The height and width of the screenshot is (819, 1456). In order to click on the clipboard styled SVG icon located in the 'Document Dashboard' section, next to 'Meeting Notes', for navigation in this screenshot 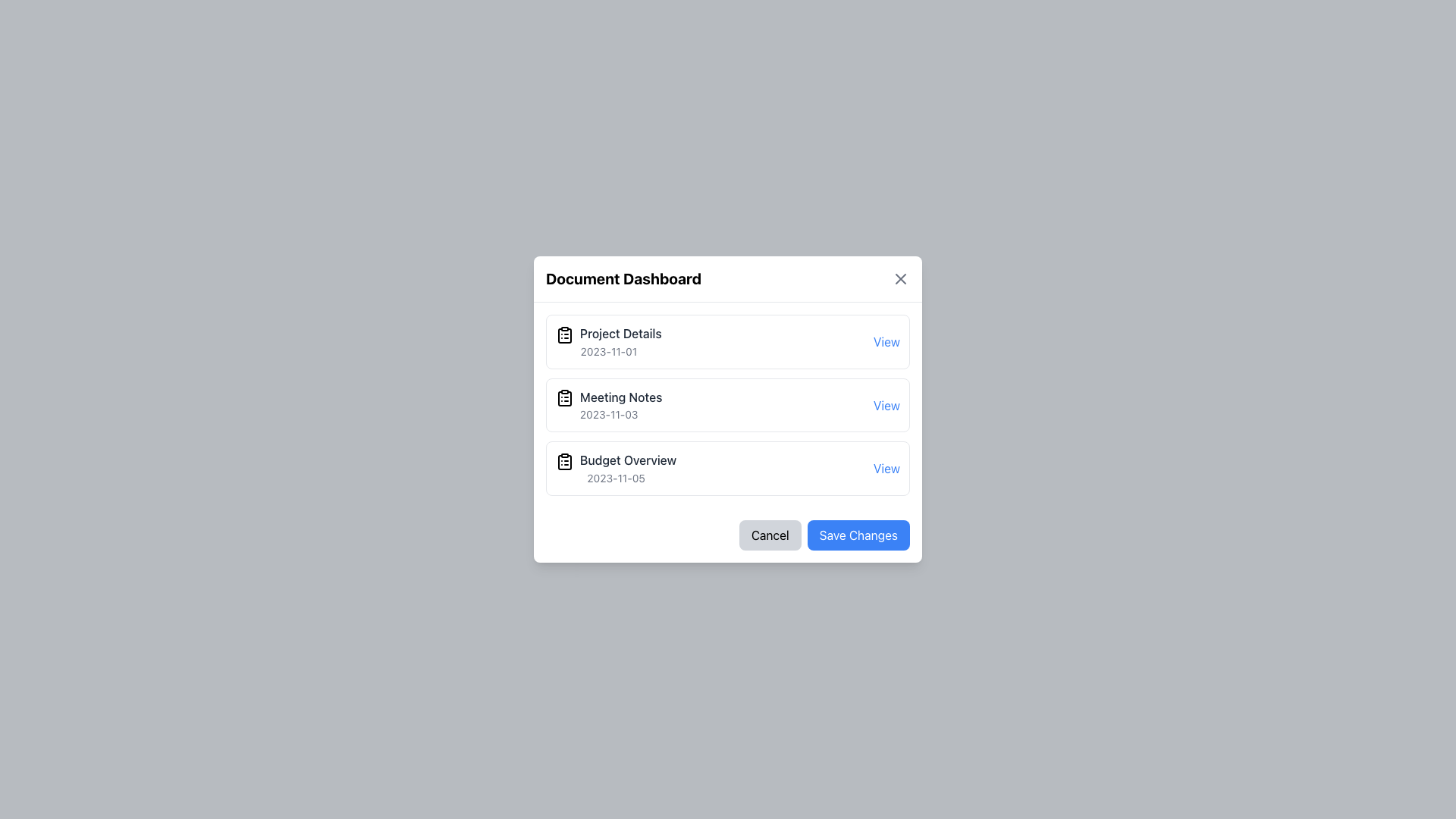, I will do `click(563, 397)`.